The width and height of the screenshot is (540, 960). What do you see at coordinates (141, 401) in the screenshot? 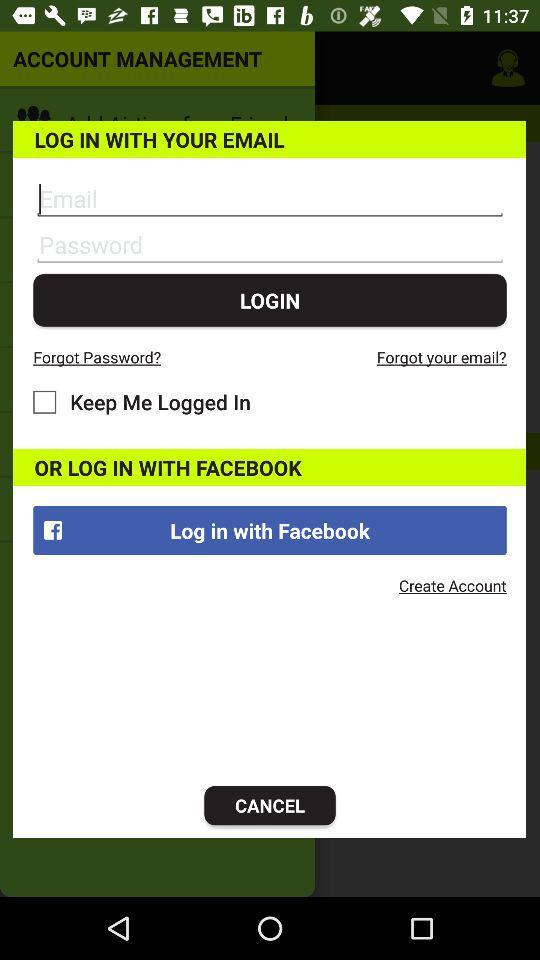
I see `the item above the or log in` at bounding box center [141, 401].